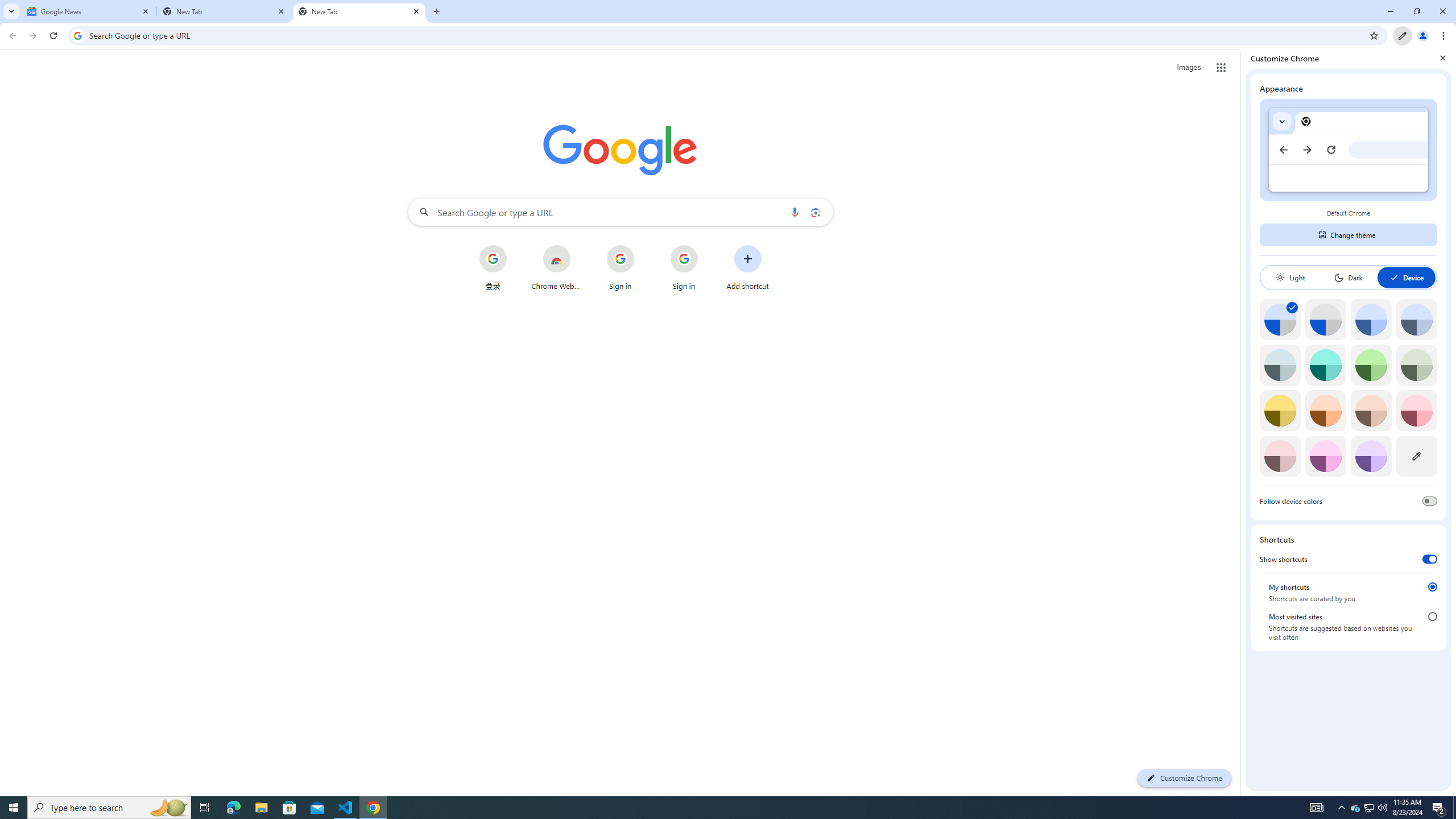 This screenshot has width=1456, height=819. Describe the element at coordinates (1405, 277) in the screenshot. I see `'Device'` at that location.